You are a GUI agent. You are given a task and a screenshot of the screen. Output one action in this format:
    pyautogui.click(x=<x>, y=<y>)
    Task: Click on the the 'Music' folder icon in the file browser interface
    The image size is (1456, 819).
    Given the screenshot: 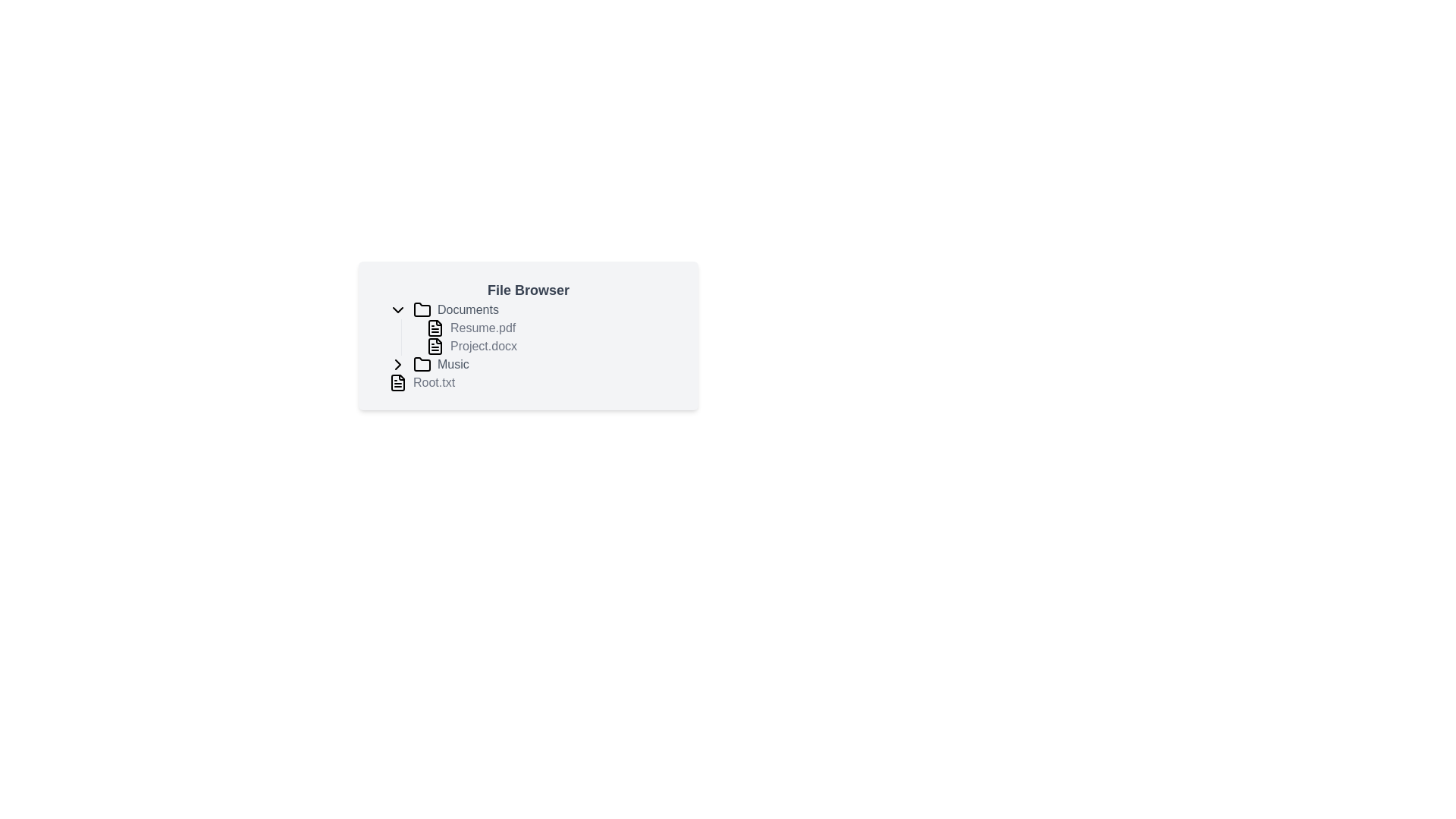 What is the action you would take?
    pyautogui.click(x=422, y=365)
    